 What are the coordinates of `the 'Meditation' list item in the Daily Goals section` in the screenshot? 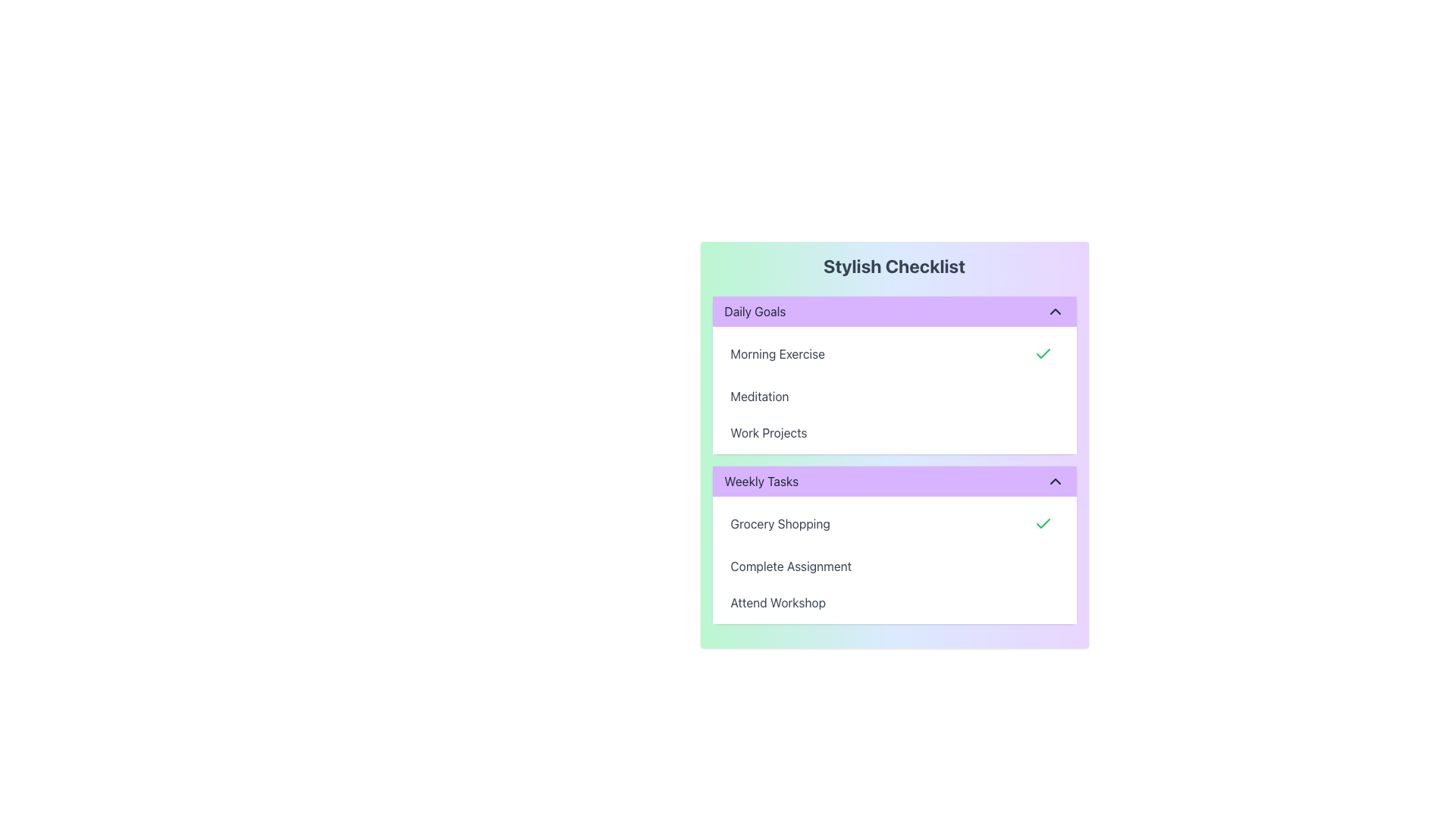 It's located at (894, 396).